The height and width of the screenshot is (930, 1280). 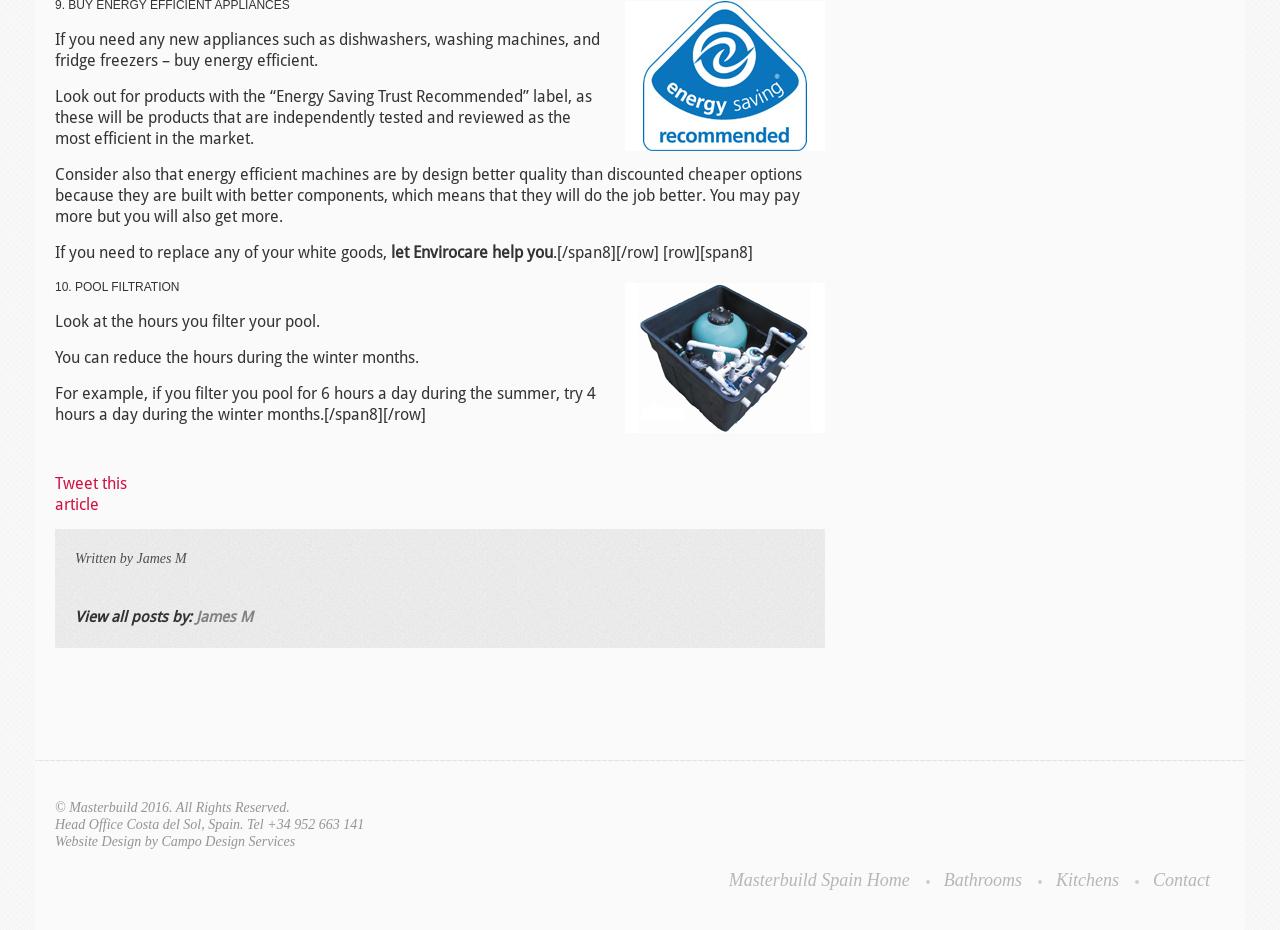 What do you see at coordinates (1086, 879) in the screenshot?
I see `'Kitchens'` at bounding box center [1086, 879].